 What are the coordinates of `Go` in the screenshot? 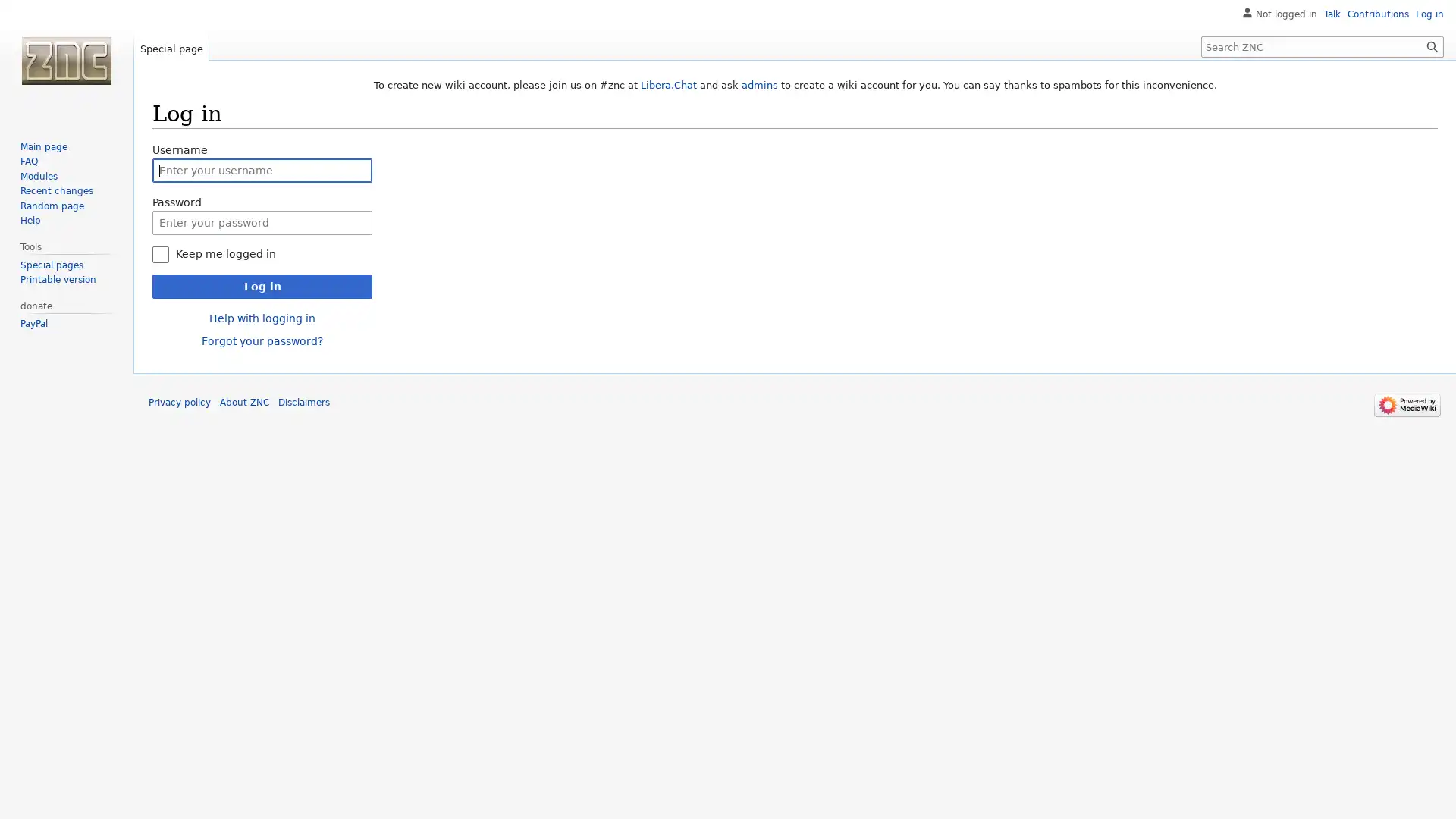 It's located at (1432, 45).